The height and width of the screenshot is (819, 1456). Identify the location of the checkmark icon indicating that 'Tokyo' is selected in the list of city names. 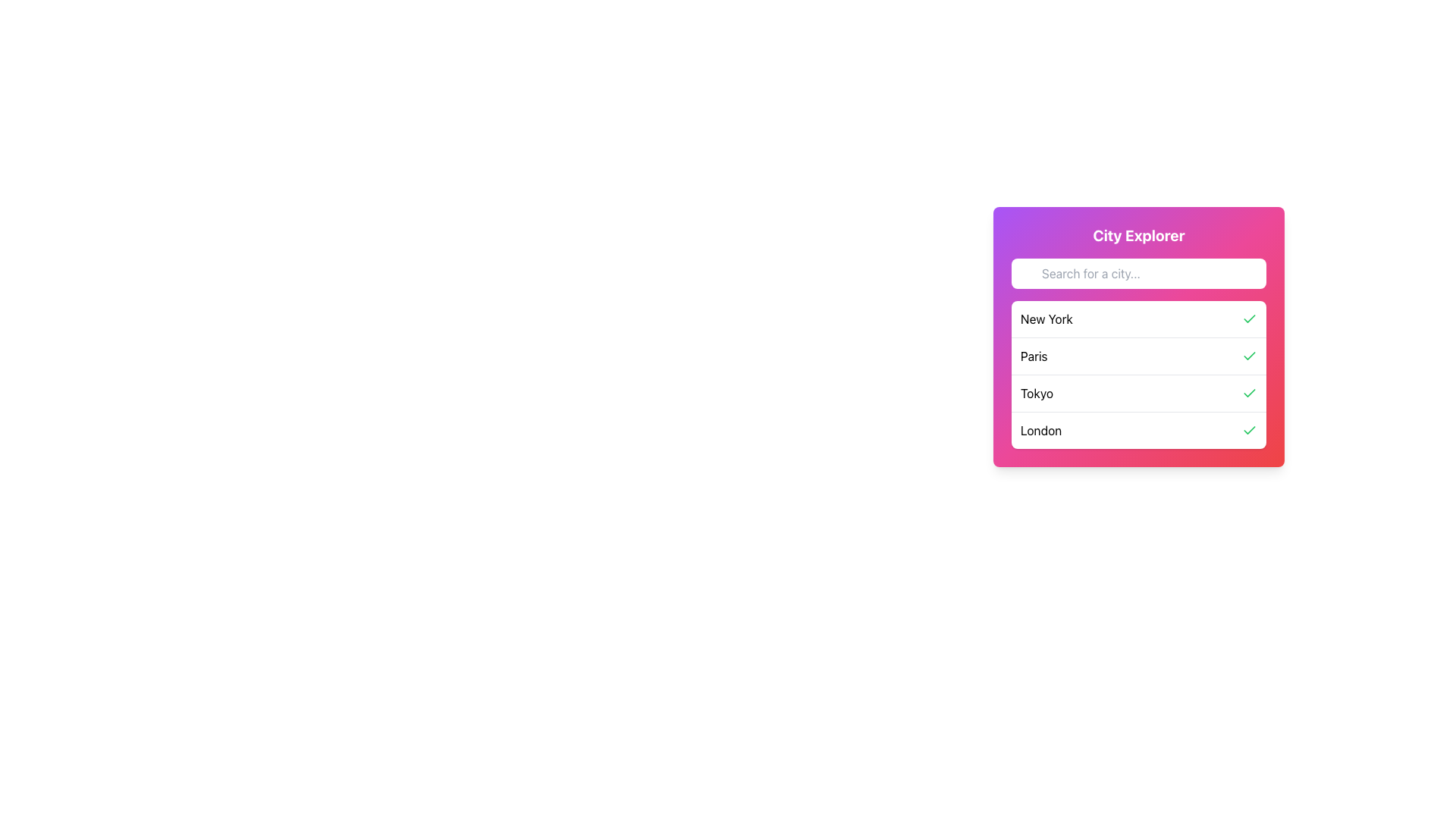
(1249, 393).